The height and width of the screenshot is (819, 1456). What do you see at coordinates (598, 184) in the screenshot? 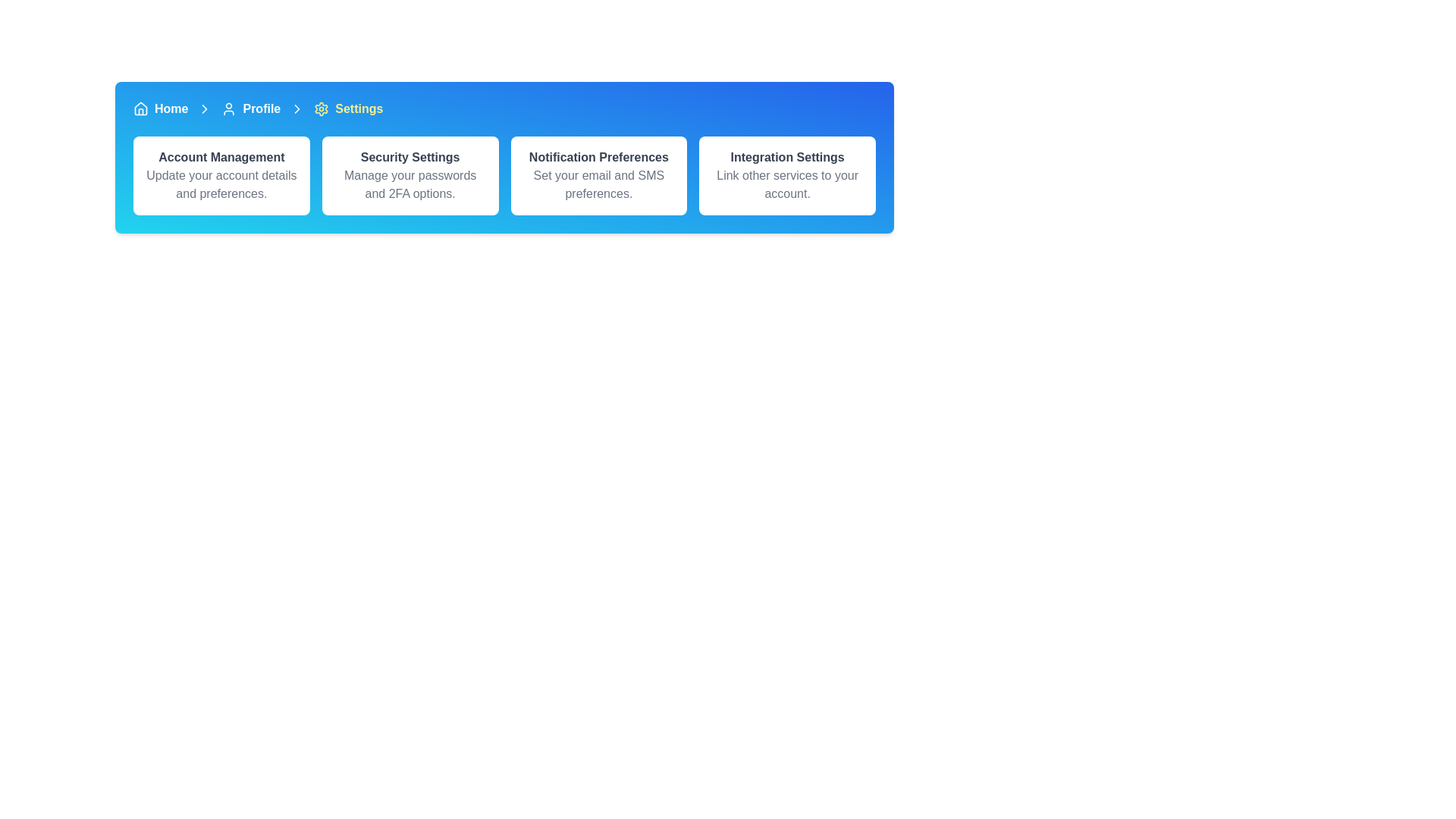
I see `the static text element displaying 'Set your email and SMS preferences.' located beneath the title 'Notification Preferences' in the third panel of a grid layout` at bounding box center [598, 184].